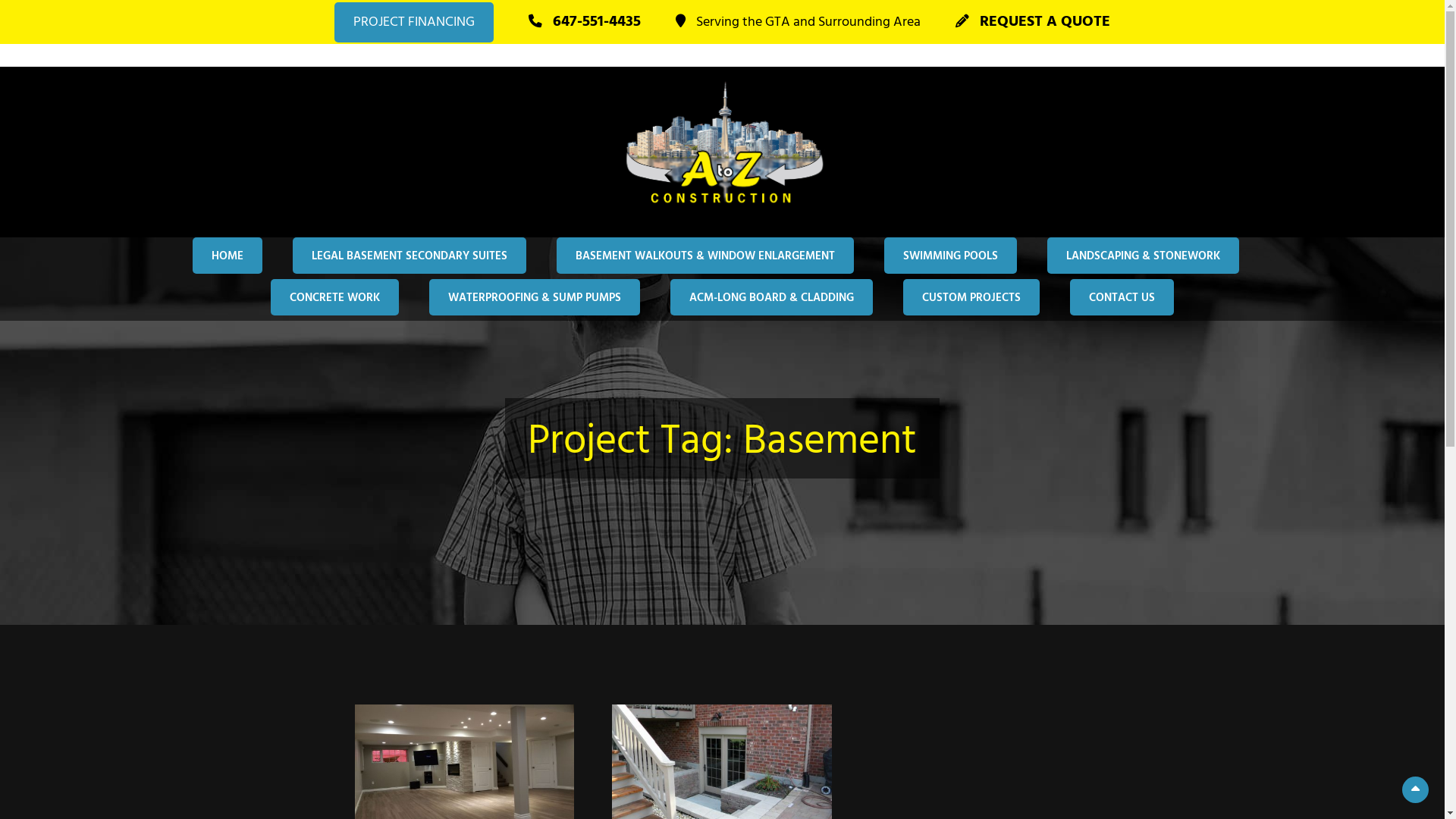 The width and height of the screenshot is (1456, 819). I want to click on '647-551-4435', so click(584, 22).